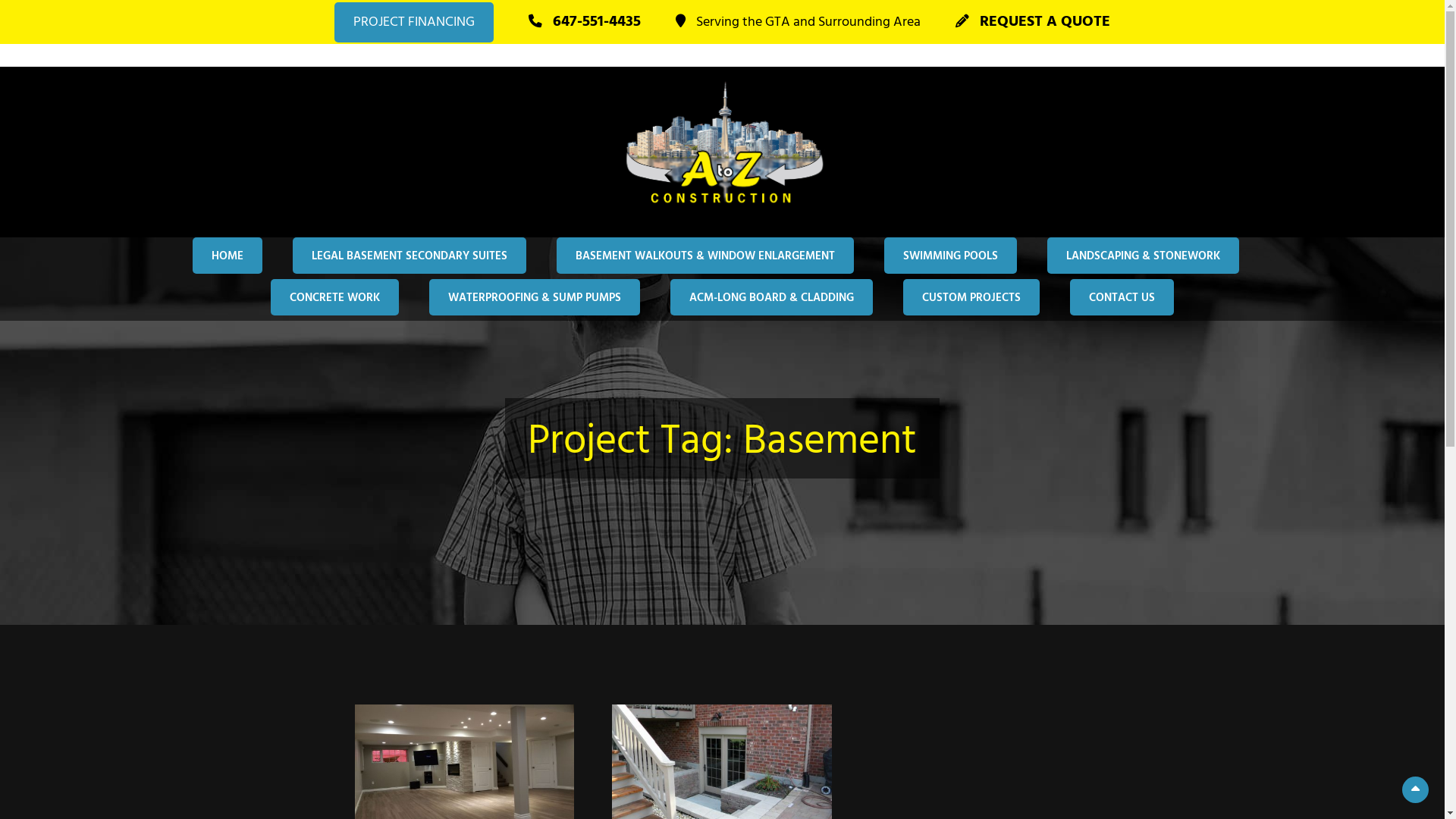 The width and height of the screenshot is (1456, 819). I want to click on '647-551-4435', so click(584, 22).